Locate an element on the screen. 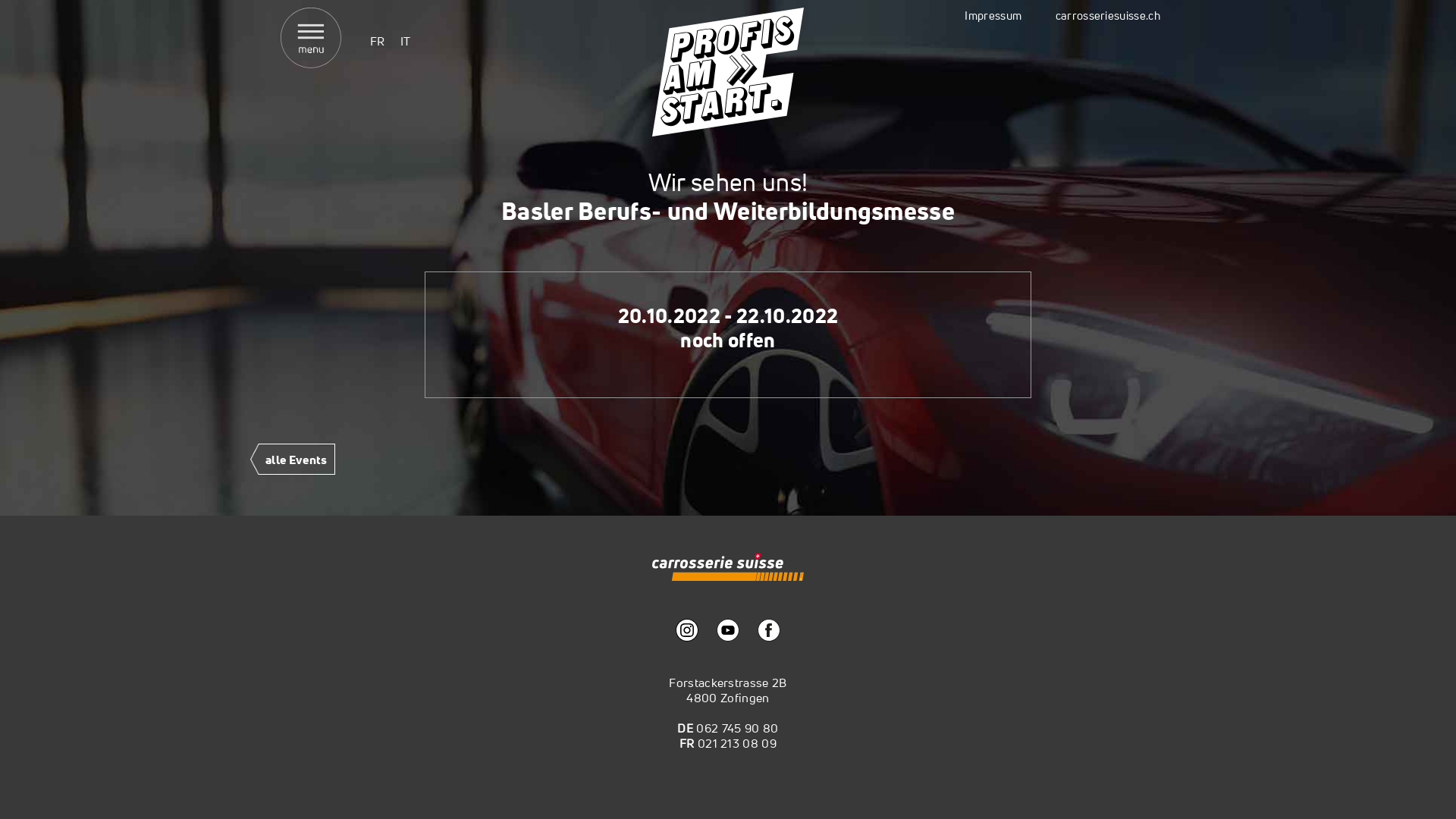 Image resolution: width=1456 pixels, height=819 pixels. 'FR' is located at coordinates (378, 40).